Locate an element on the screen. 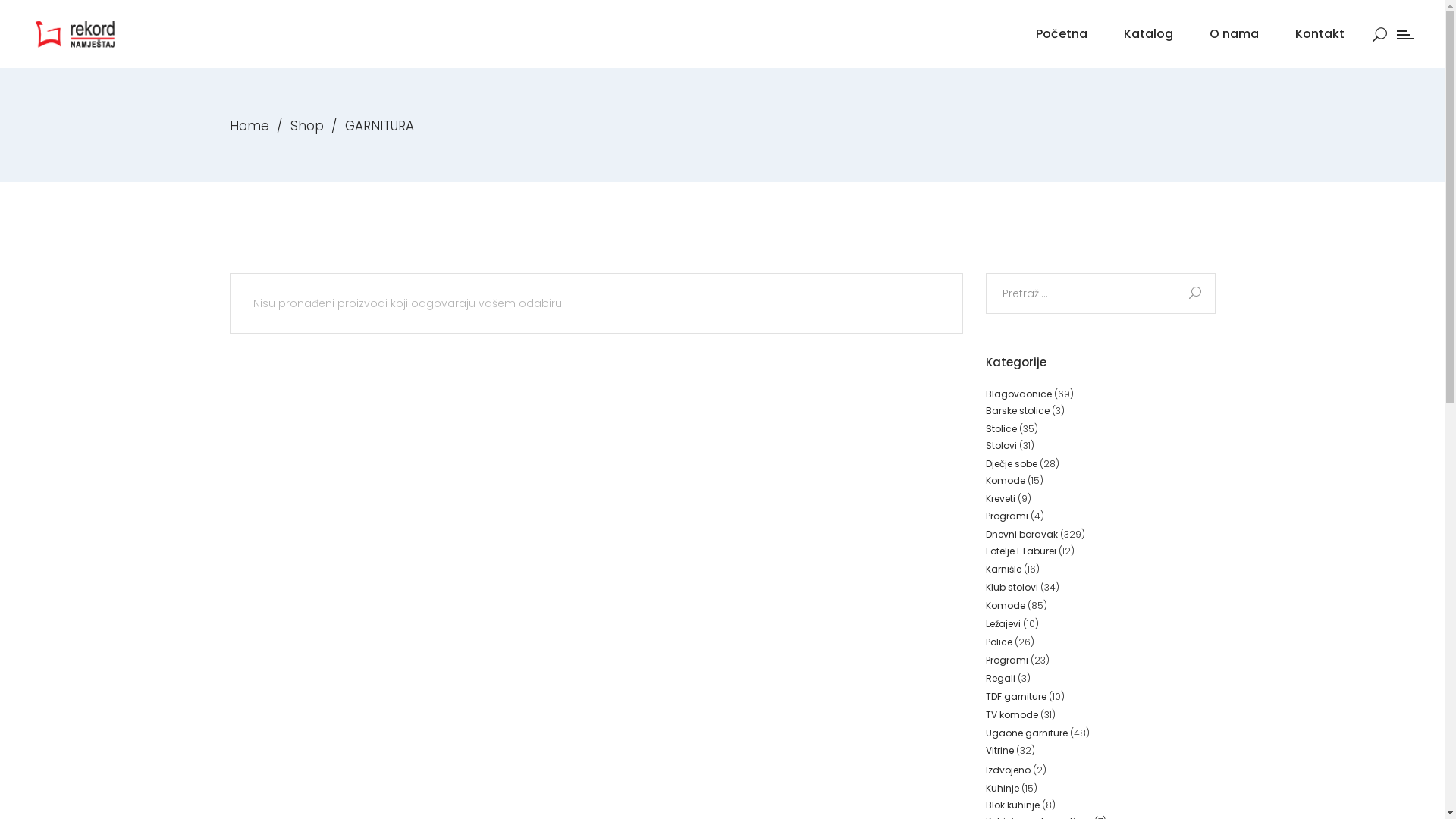  'TDF garniture' is located at coordinates (1015, 696).